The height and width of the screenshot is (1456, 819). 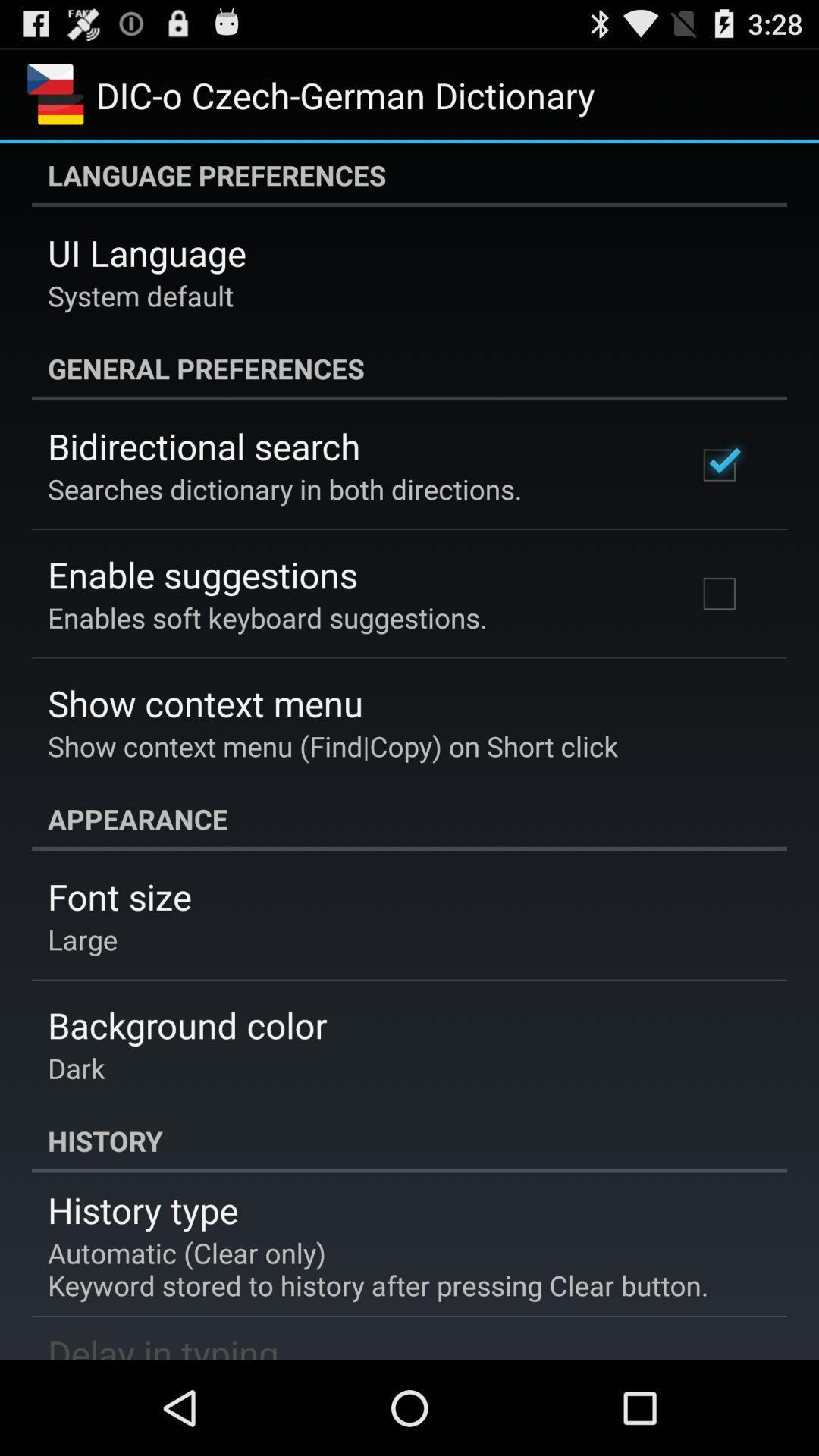 What do you see at coordinates (377, 1269) in the screenshot?
I see `app above delay in typing app` at bounding box center [377, 1269].